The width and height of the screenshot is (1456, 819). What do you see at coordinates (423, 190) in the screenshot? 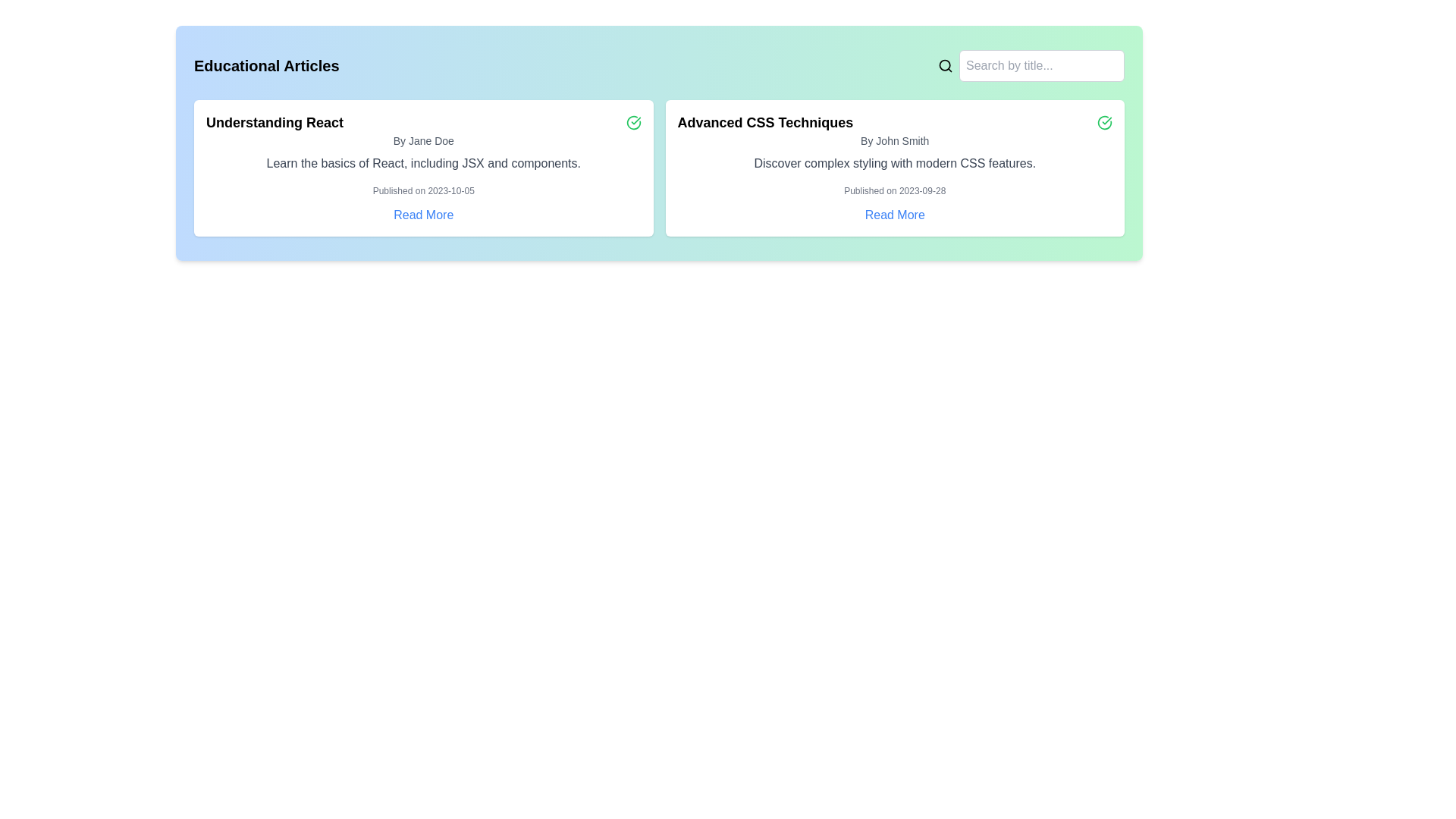
I see `the static text element that reads 'Published on 2023-10-05', which is located above the 'Read More' link and below the description of 'Understanding React'` at bounding box center [423, 190].